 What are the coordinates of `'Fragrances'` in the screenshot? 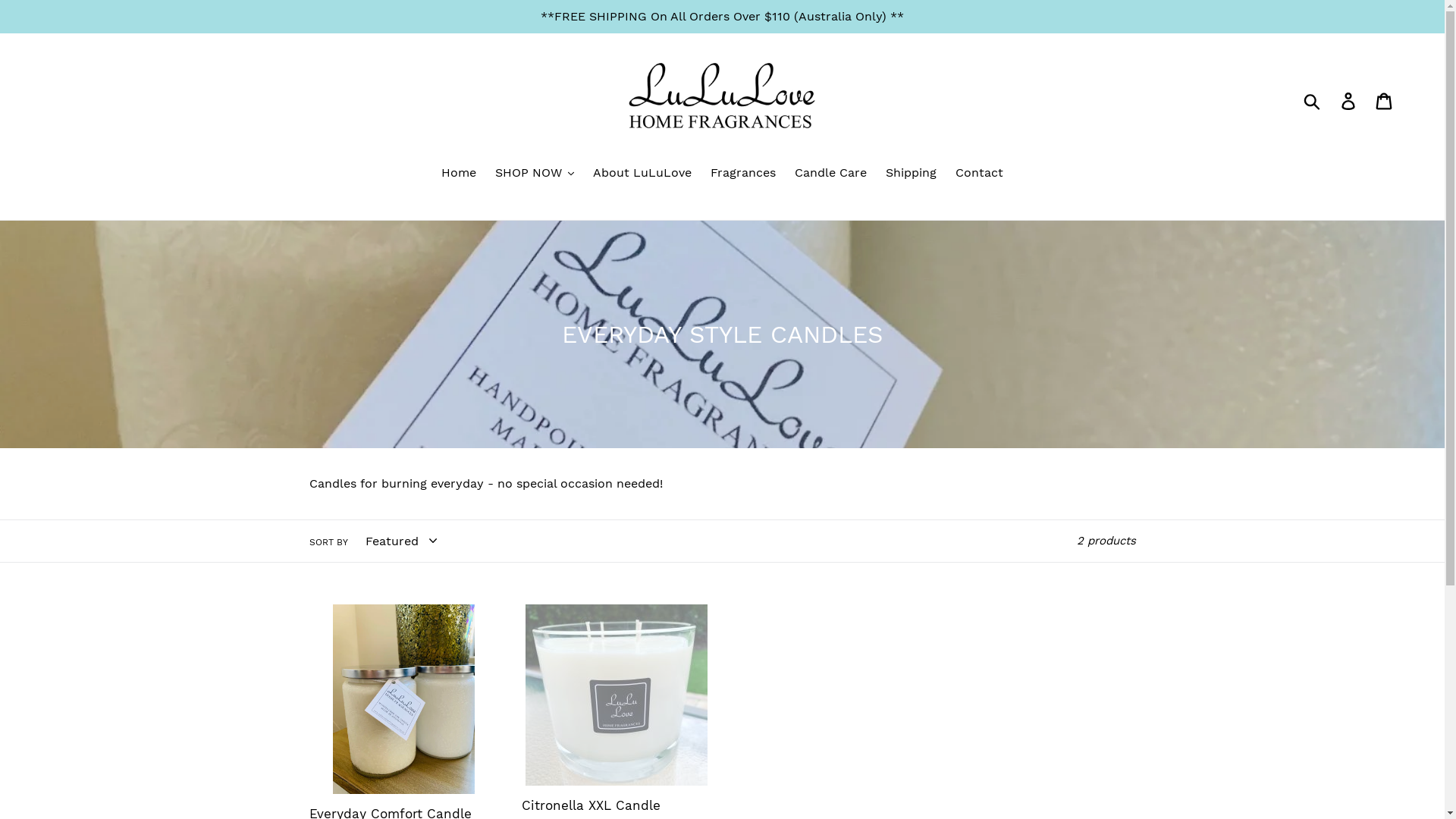 It's located at (742, 173).